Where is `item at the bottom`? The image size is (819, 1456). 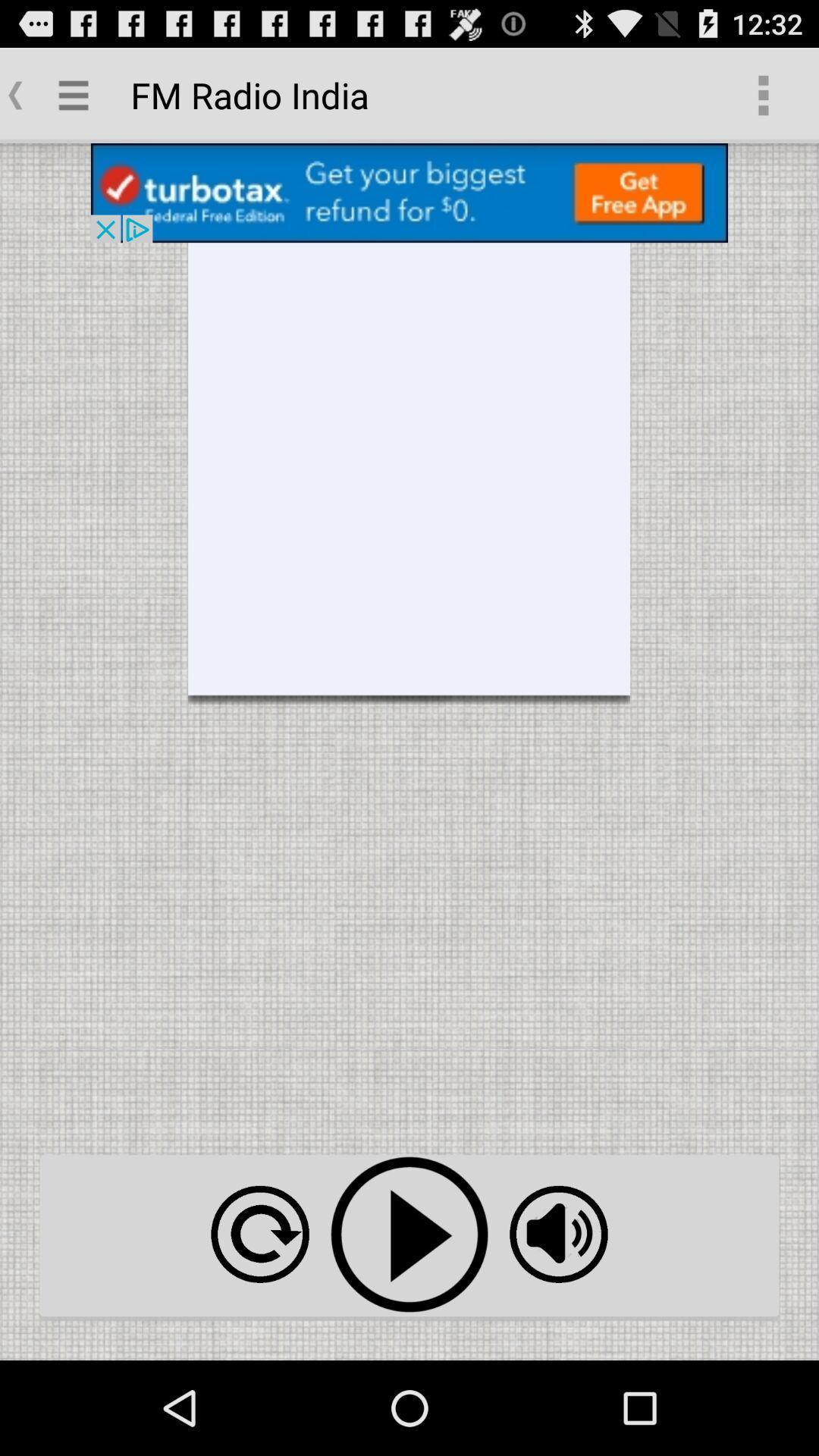
item at the bottom is located at coordinates (409, 1235).